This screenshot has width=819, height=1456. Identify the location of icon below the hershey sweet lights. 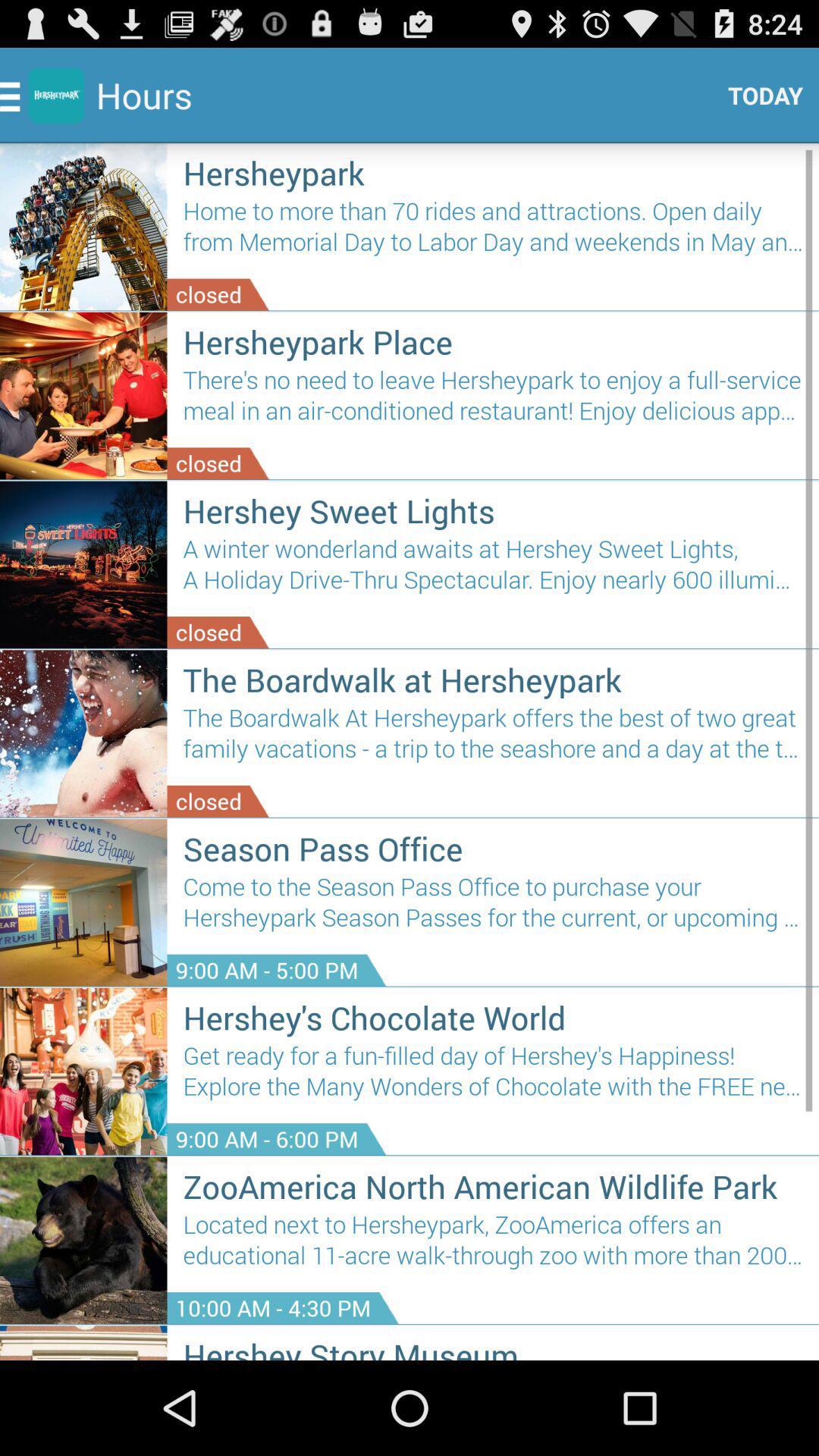
(493, 570).